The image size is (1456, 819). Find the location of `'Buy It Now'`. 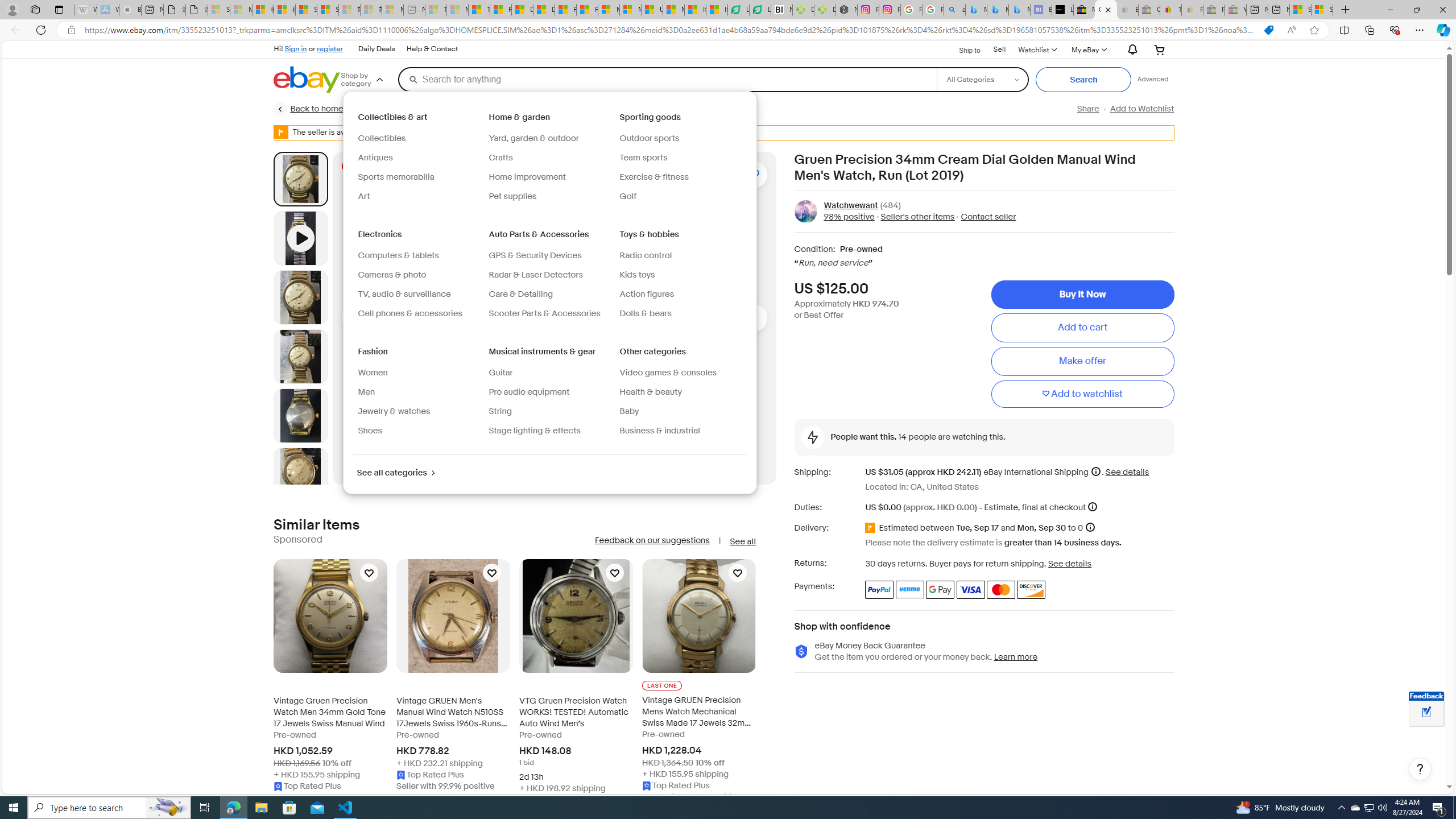

'Buy It Now' is located at coordinates (1082, 294).